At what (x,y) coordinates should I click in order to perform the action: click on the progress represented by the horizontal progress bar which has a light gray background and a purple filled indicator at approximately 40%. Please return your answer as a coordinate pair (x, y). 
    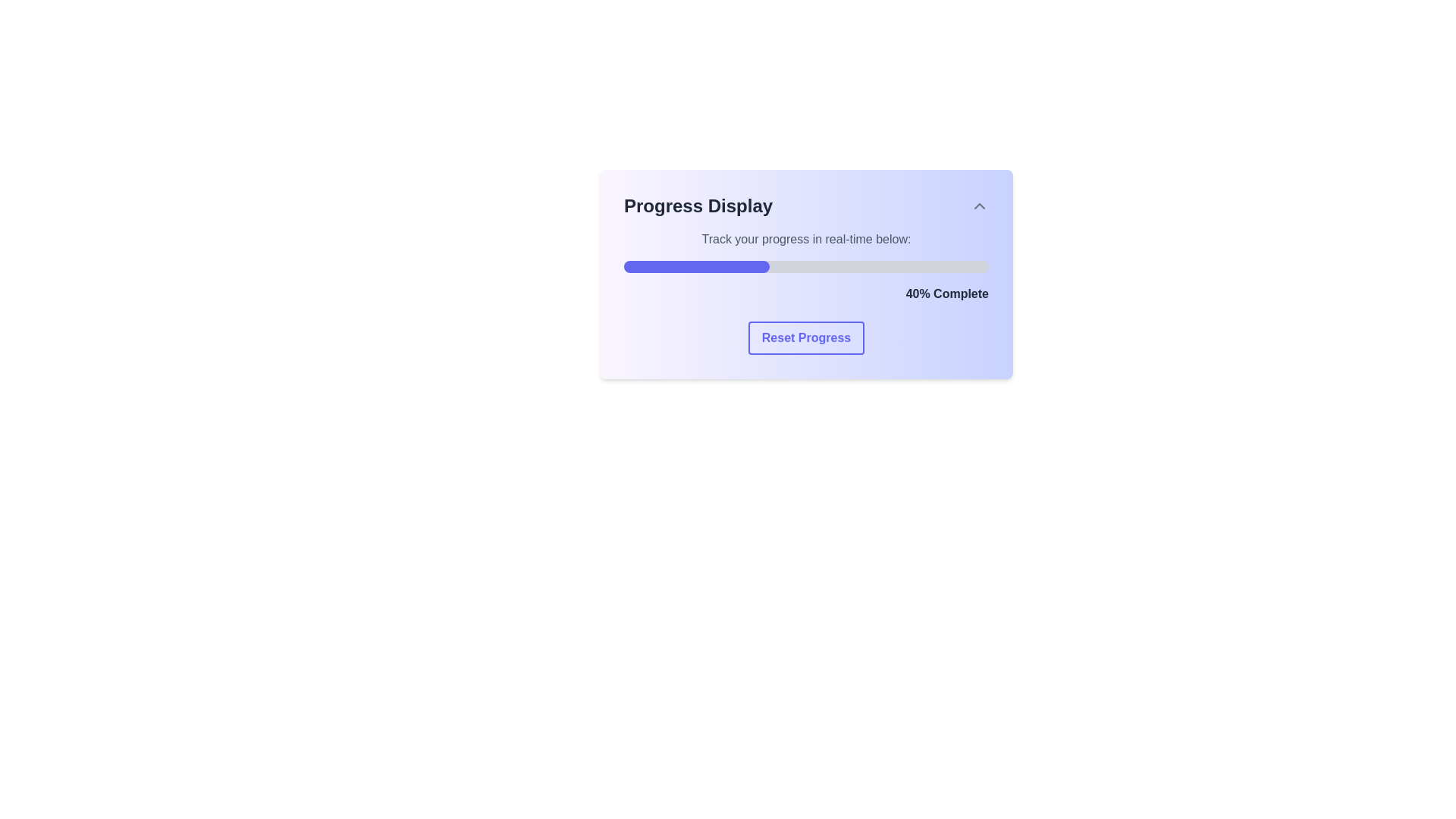
    Looking at the image, I should click on (805, 265).